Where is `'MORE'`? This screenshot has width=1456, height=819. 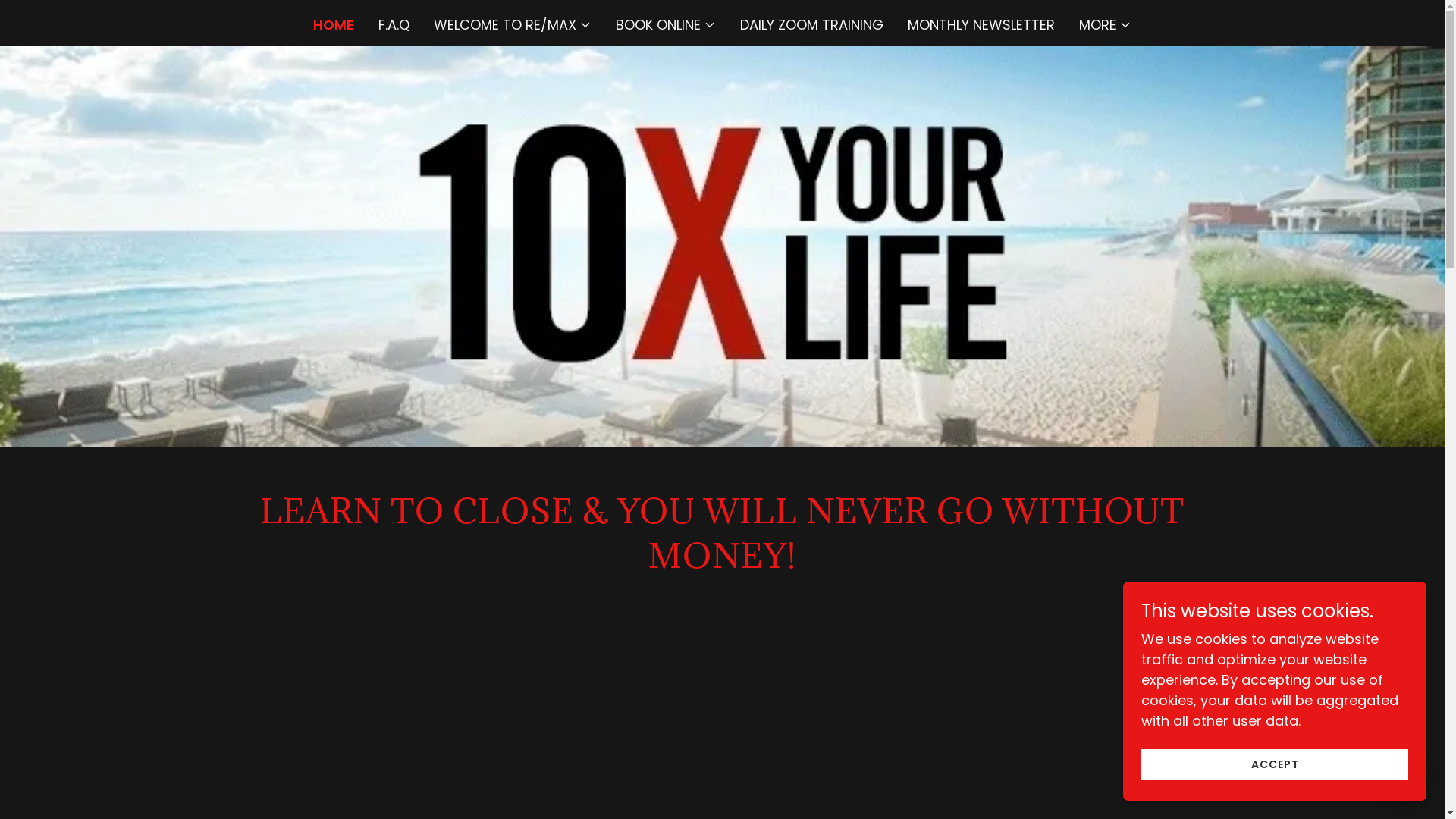 'MORE' is located at coordinates (1105, 25).